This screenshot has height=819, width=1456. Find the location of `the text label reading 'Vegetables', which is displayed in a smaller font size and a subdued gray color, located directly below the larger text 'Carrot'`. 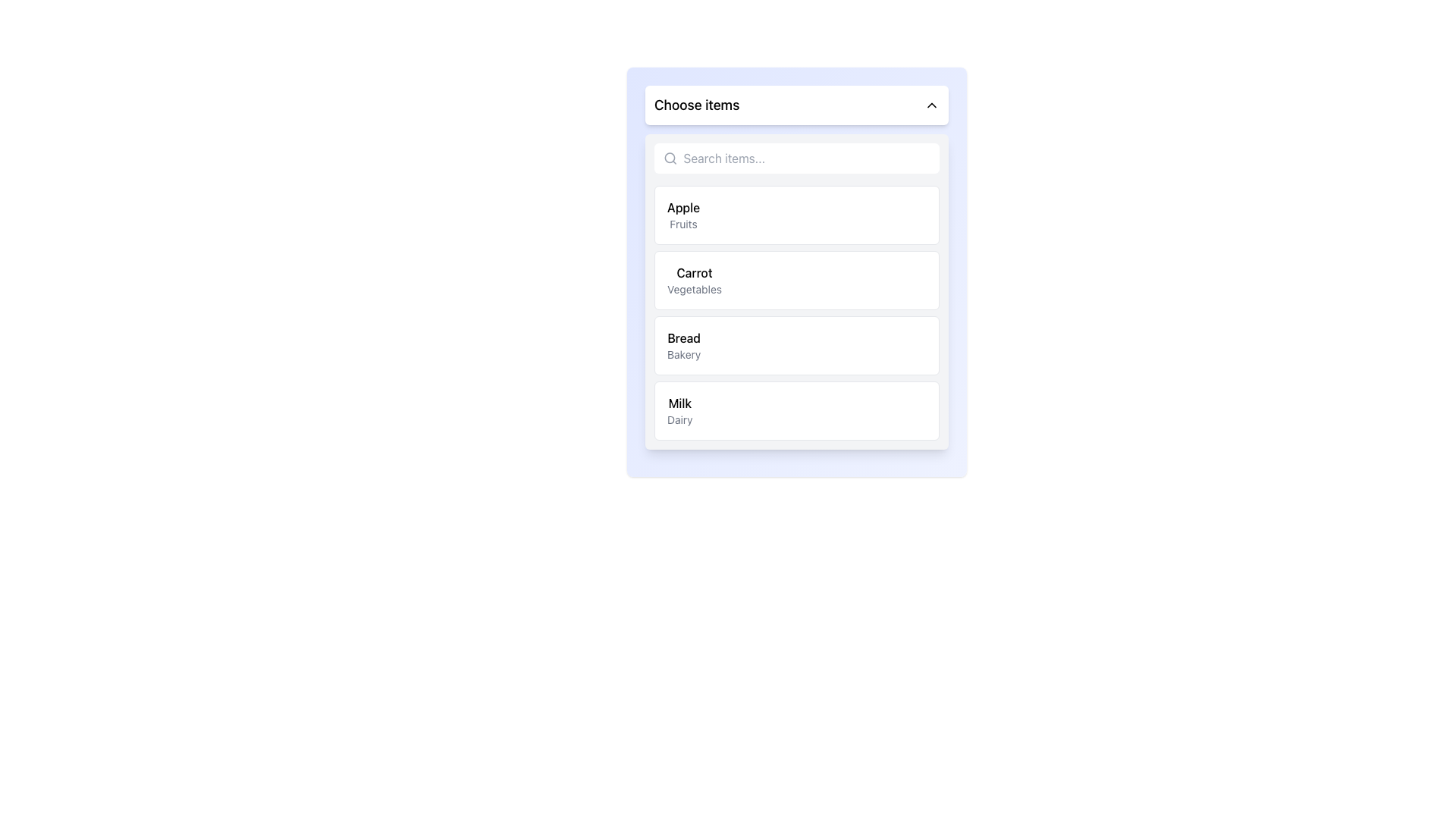

the text label reading 'Vegetables', which is displayed in a smaller font size and a subdued gray color, located directly below the larger text 'Carrot' is located at coordinates (694, 289).